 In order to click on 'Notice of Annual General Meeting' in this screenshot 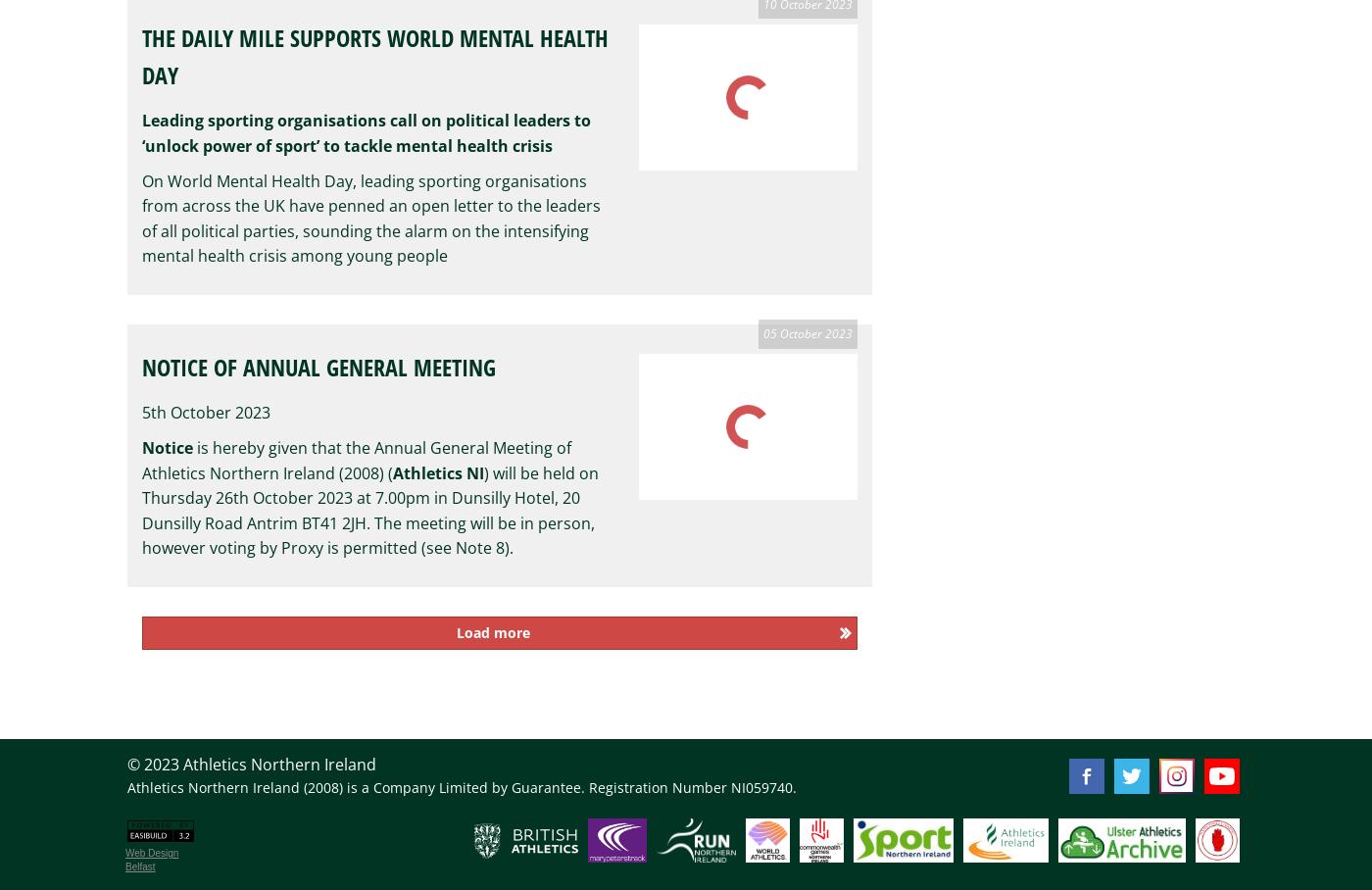, I will do `click(318, 366)`.